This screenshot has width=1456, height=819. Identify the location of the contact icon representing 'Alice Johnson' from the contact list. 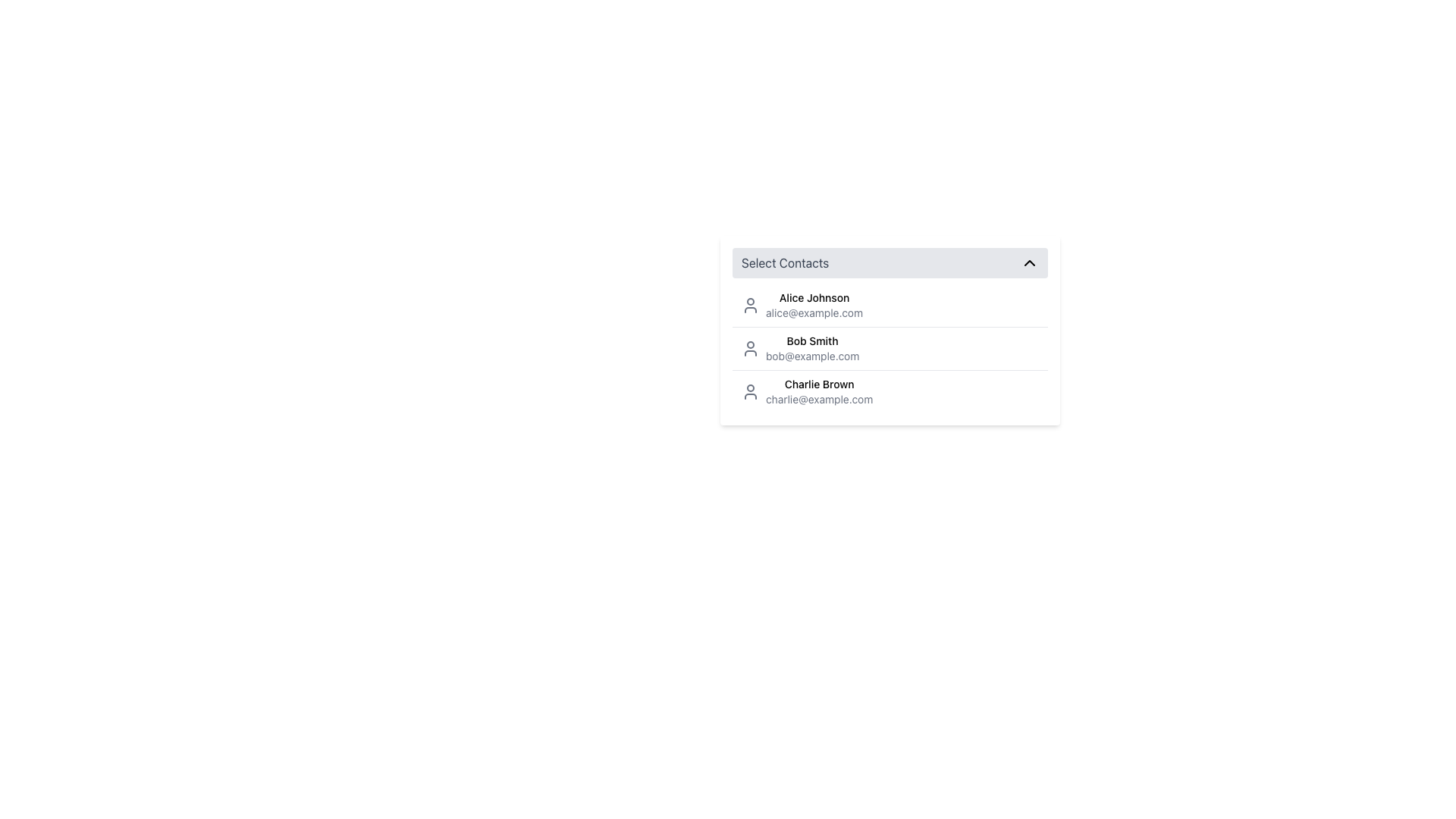
(750, 305).